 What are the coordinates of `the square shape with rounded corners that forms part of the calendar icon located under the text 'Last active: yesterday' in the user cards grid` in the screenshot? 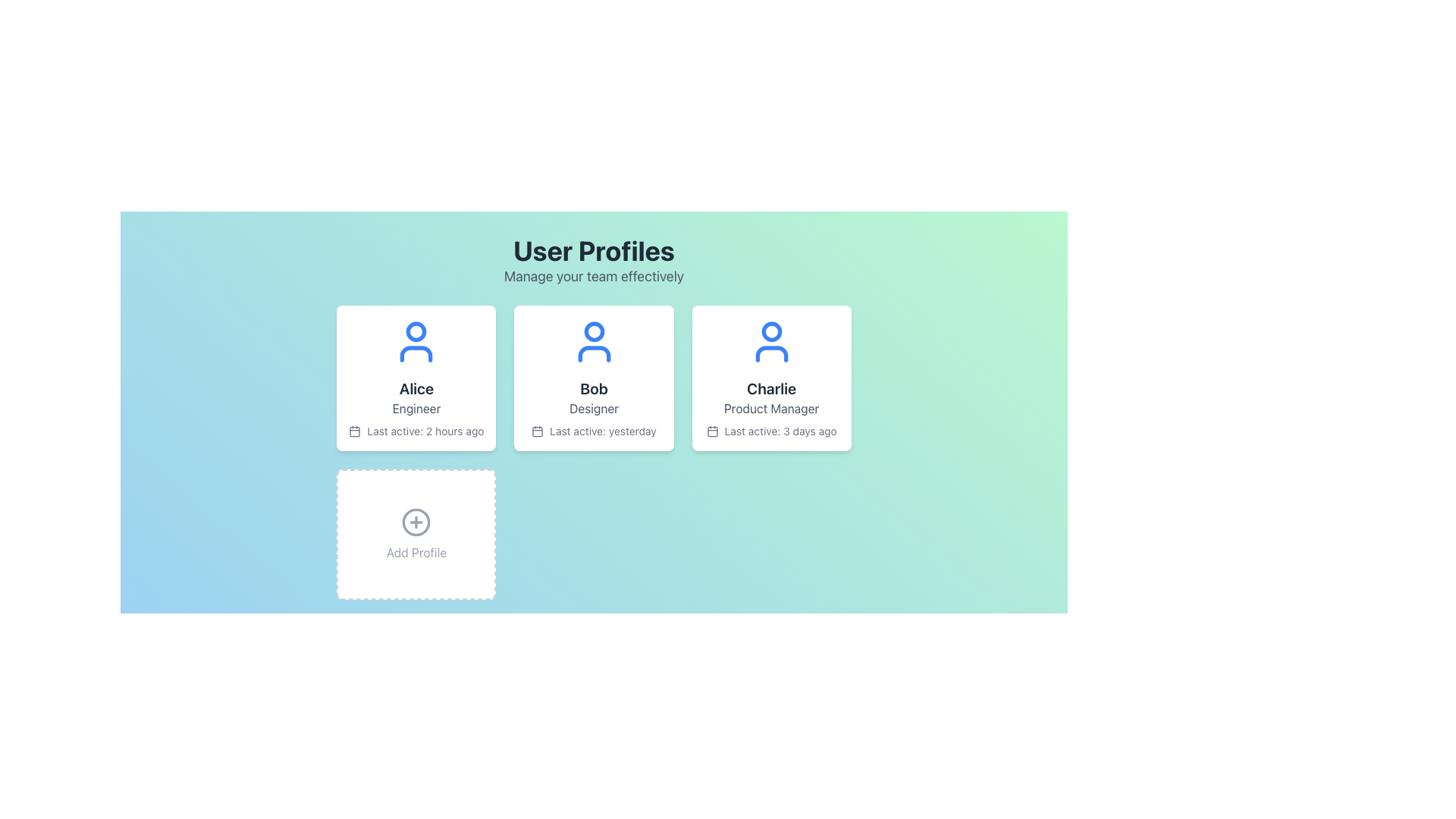 It's located at (538, 431).